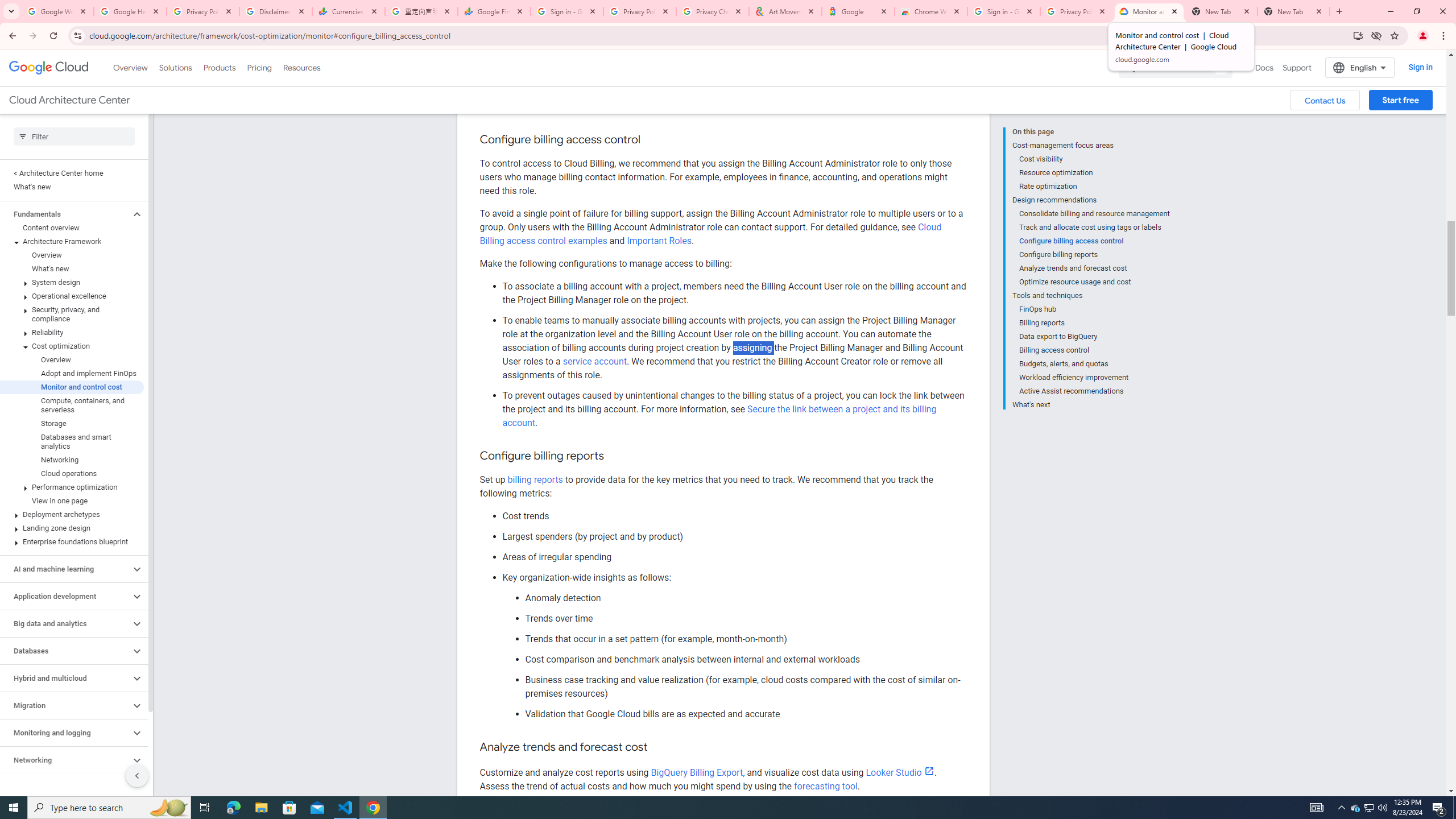  Describe the element at coordinates (48, 67) in the screenshot. I see `'Google Cloud'` at that location.